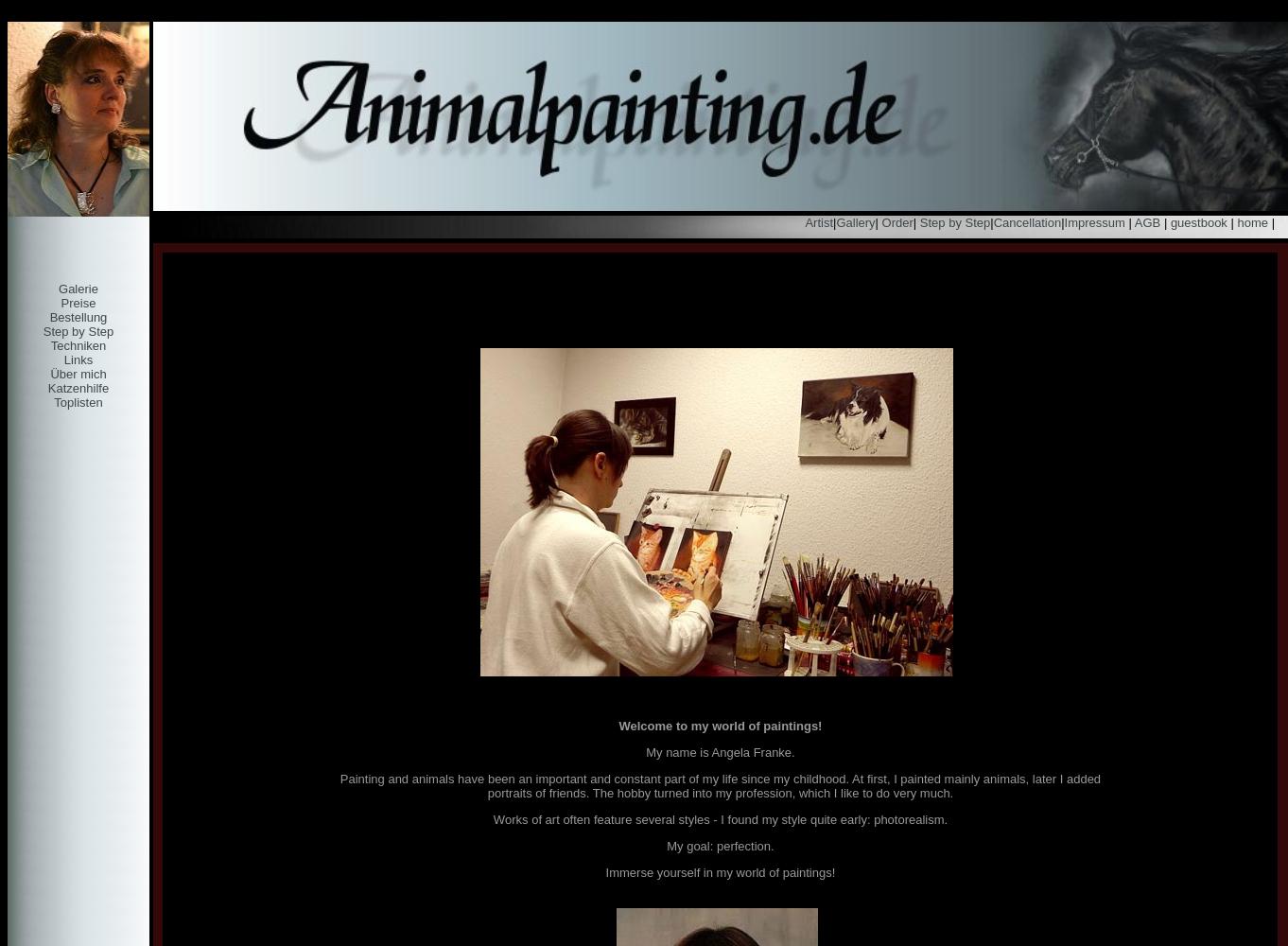  Describe the element at coordinates (1199, 221) in the screenshot. I see `'guestbook'` at that location.